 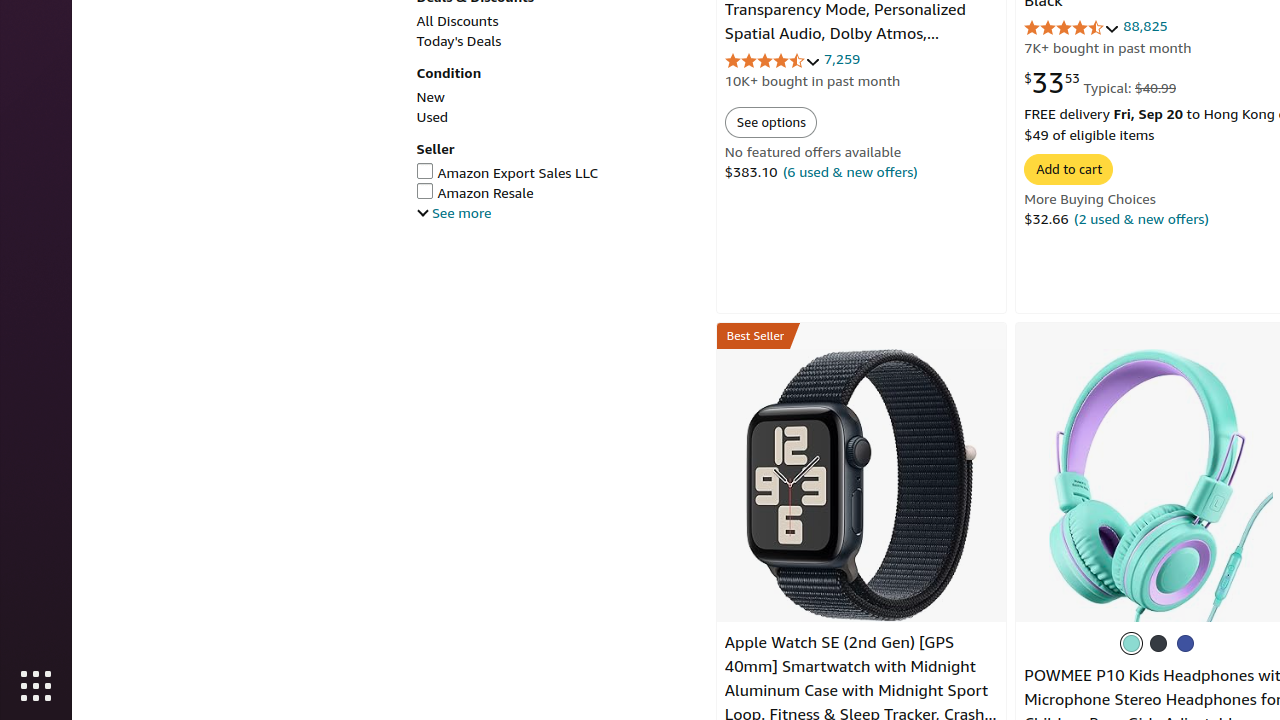 I want to click on '4.7 out of 5 stars', so click(x=1071, y=27).